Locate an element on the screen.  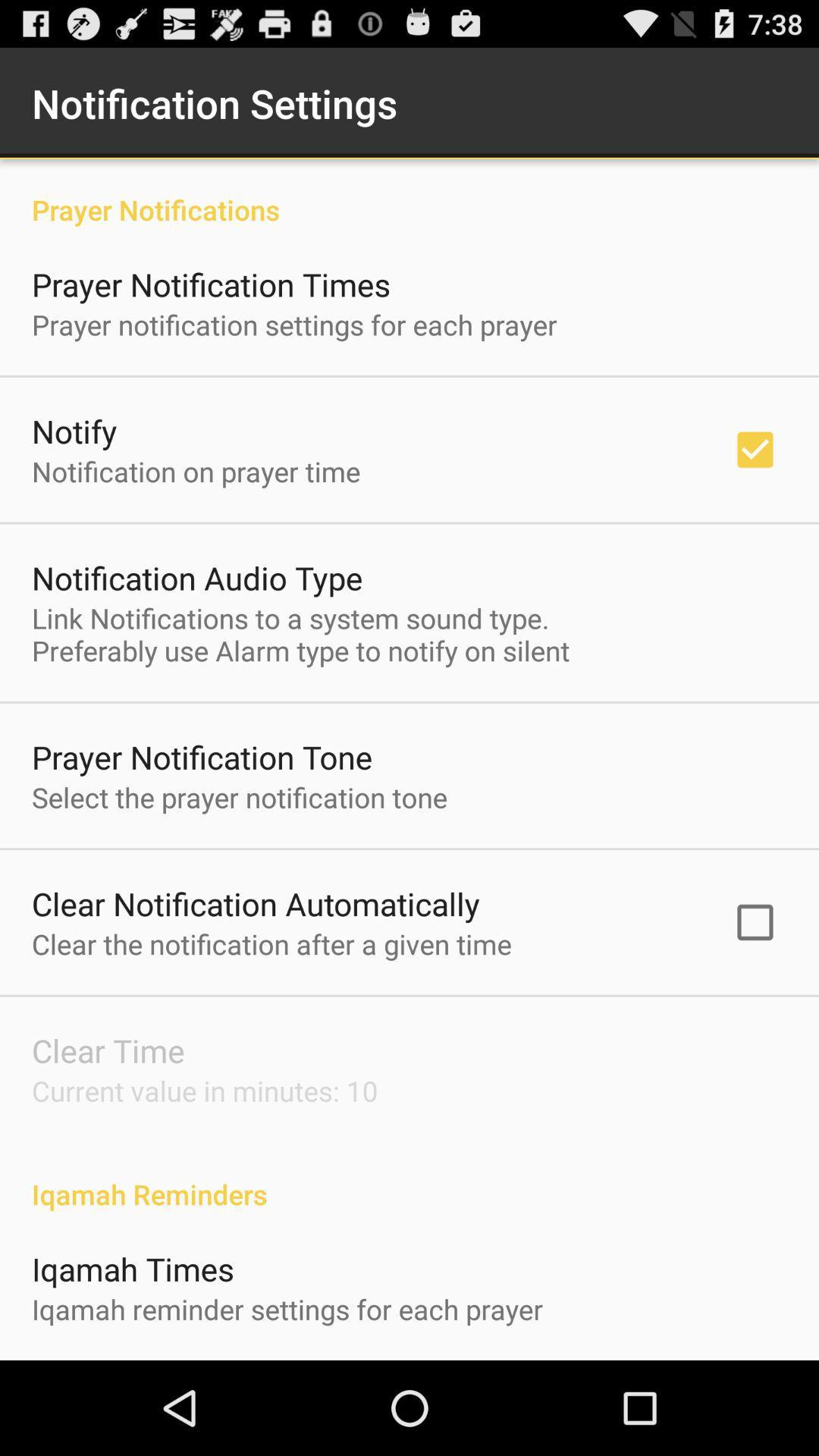
link notifications to item is located at coordinates (300, 634).